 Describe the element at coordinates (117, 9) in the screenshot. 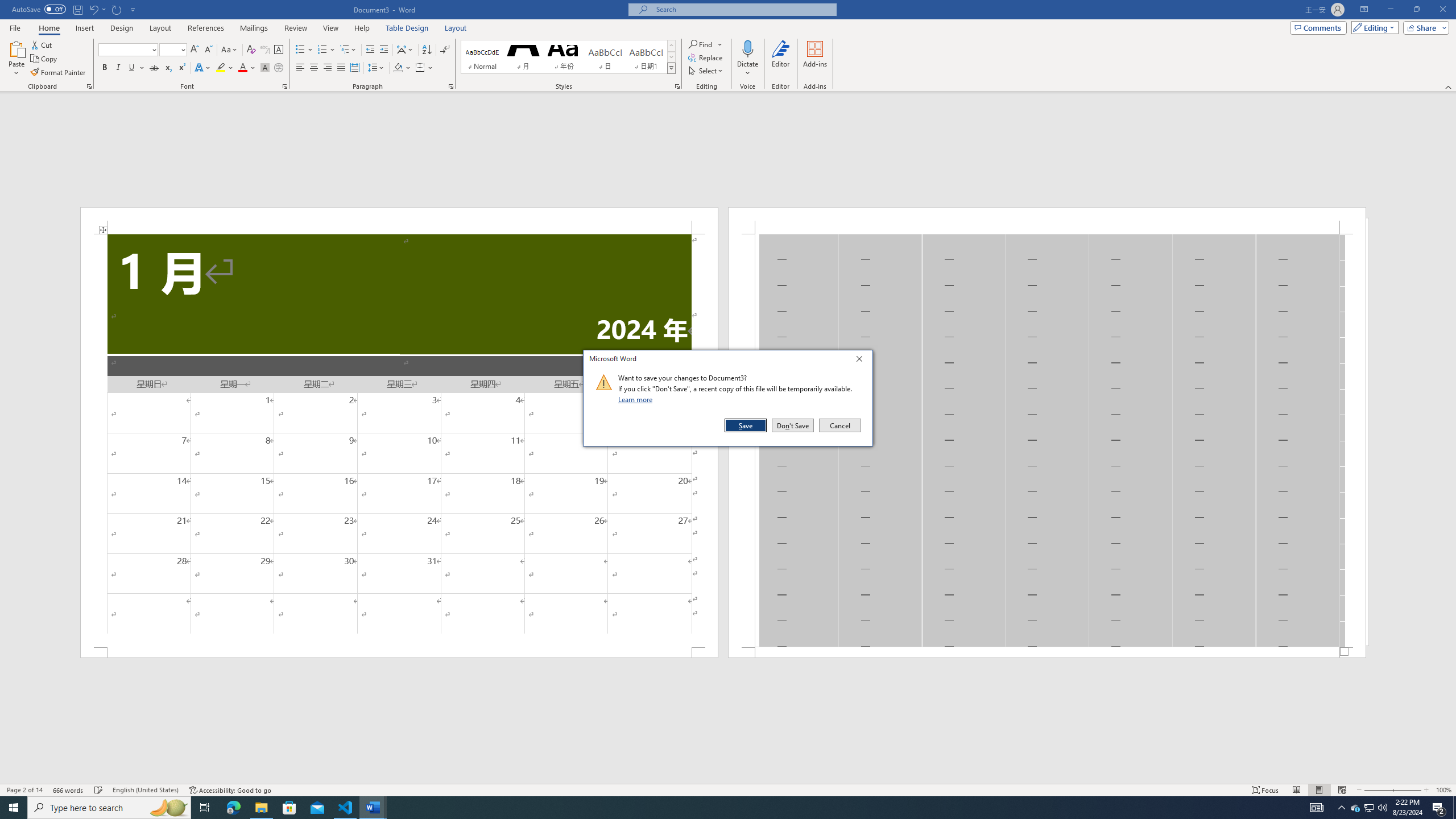

I see `'Repeat Style'` at that location.